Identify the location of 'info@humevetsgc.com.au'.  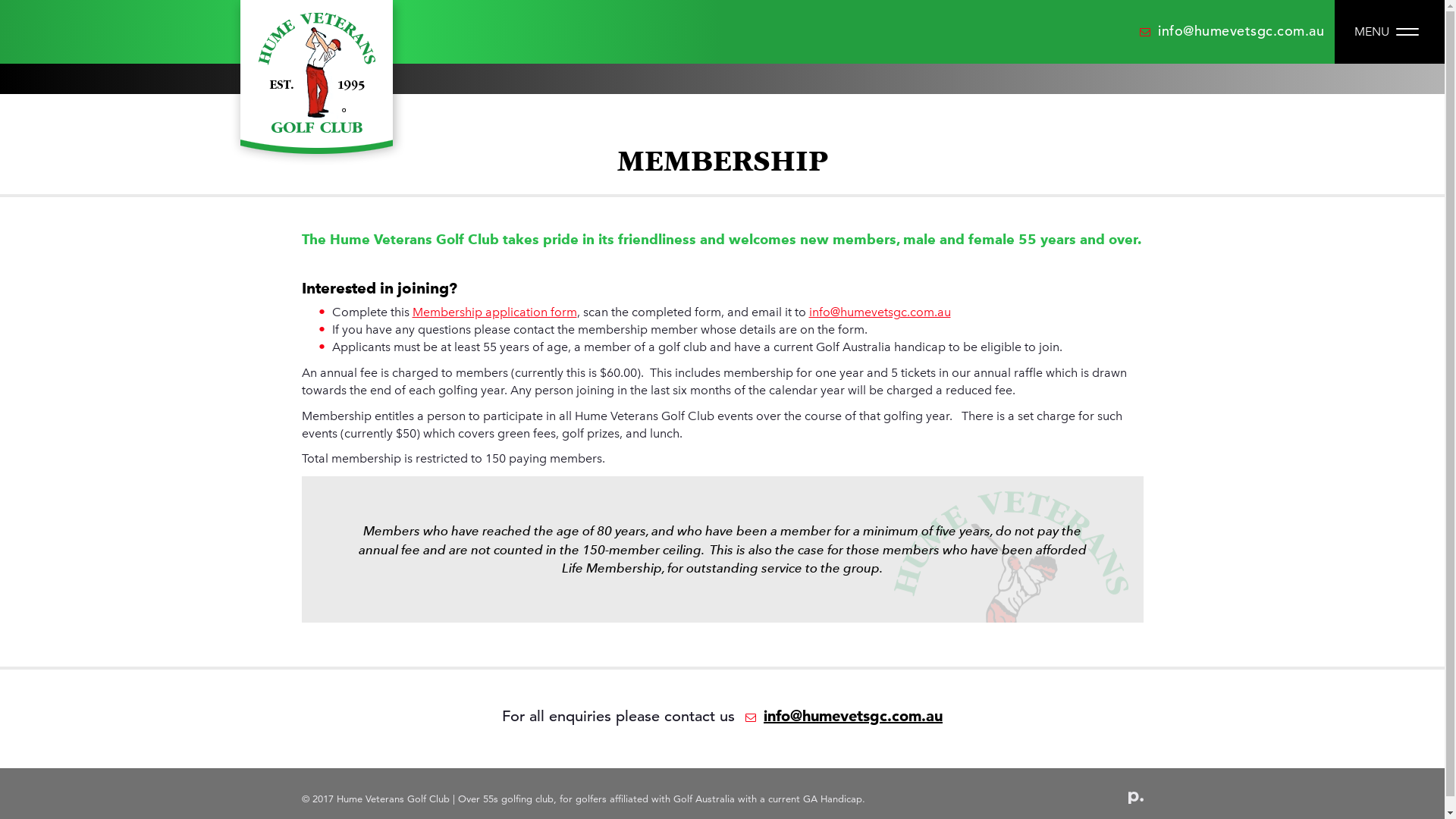
(879, 311).